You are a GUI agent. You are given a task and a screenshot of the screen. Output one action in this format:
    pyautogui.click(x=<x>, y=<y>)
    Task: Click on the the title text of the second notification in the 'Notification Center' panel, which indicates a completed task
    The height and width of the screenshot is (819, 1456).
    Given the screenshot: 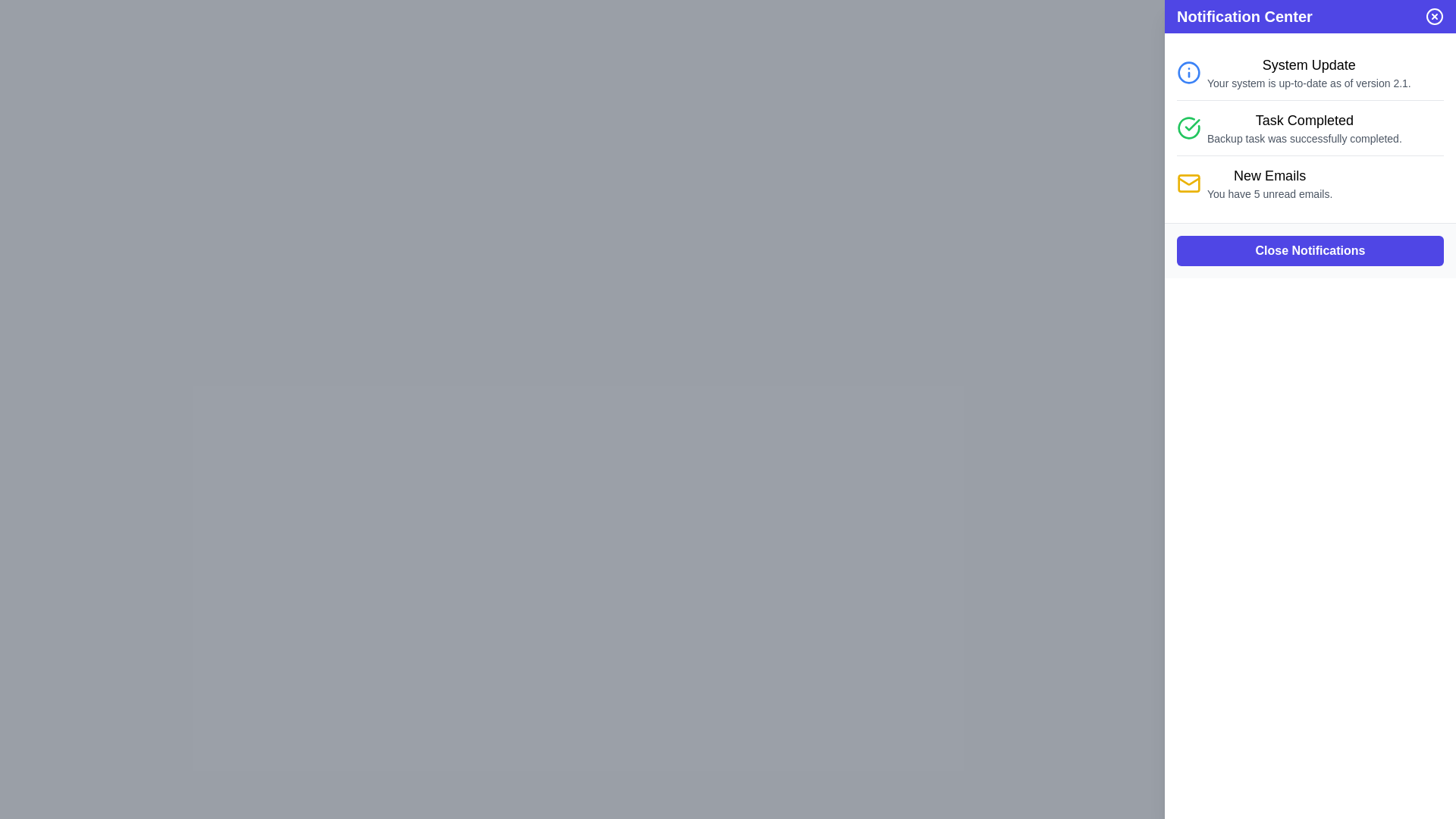 What is the action you would take?
    pyautogui.click(x=1304, y=119)
    